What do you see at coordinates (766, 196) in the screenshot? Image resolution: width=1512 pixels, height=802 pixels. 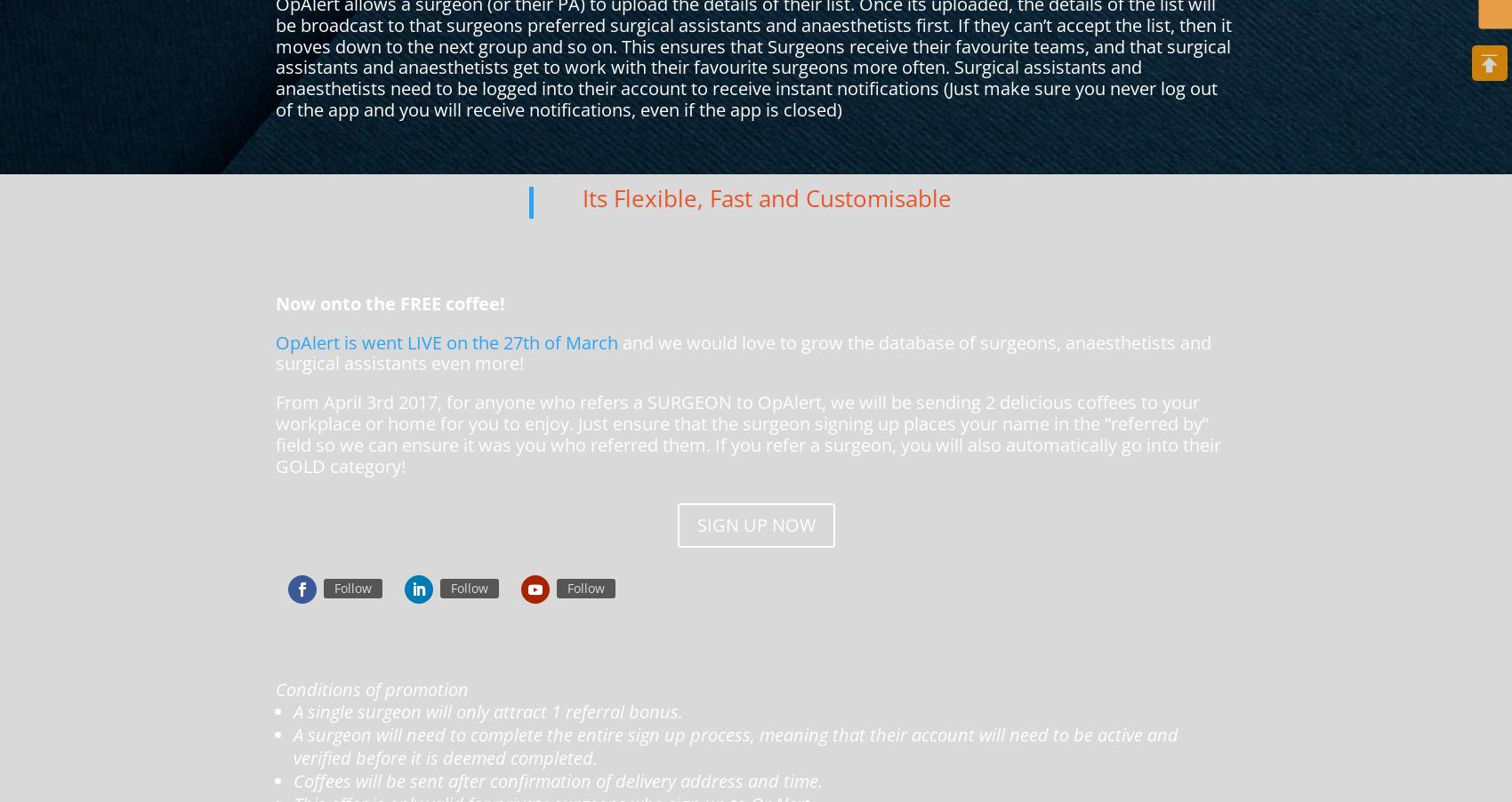 I see `'Its Flexible, Fast and Customisable'` at bounding box center [766, 196].